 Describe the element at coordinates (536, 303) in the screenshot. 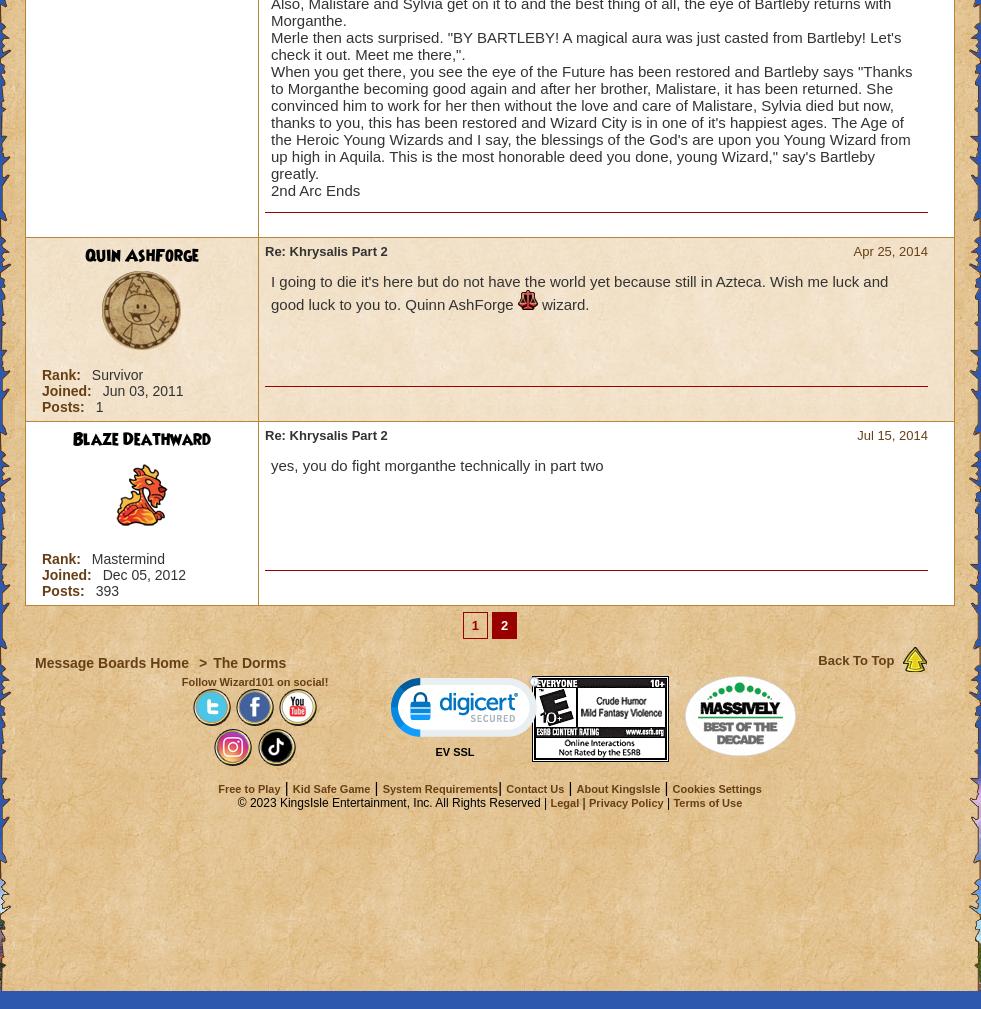

I see `'wizard.'` at that location.